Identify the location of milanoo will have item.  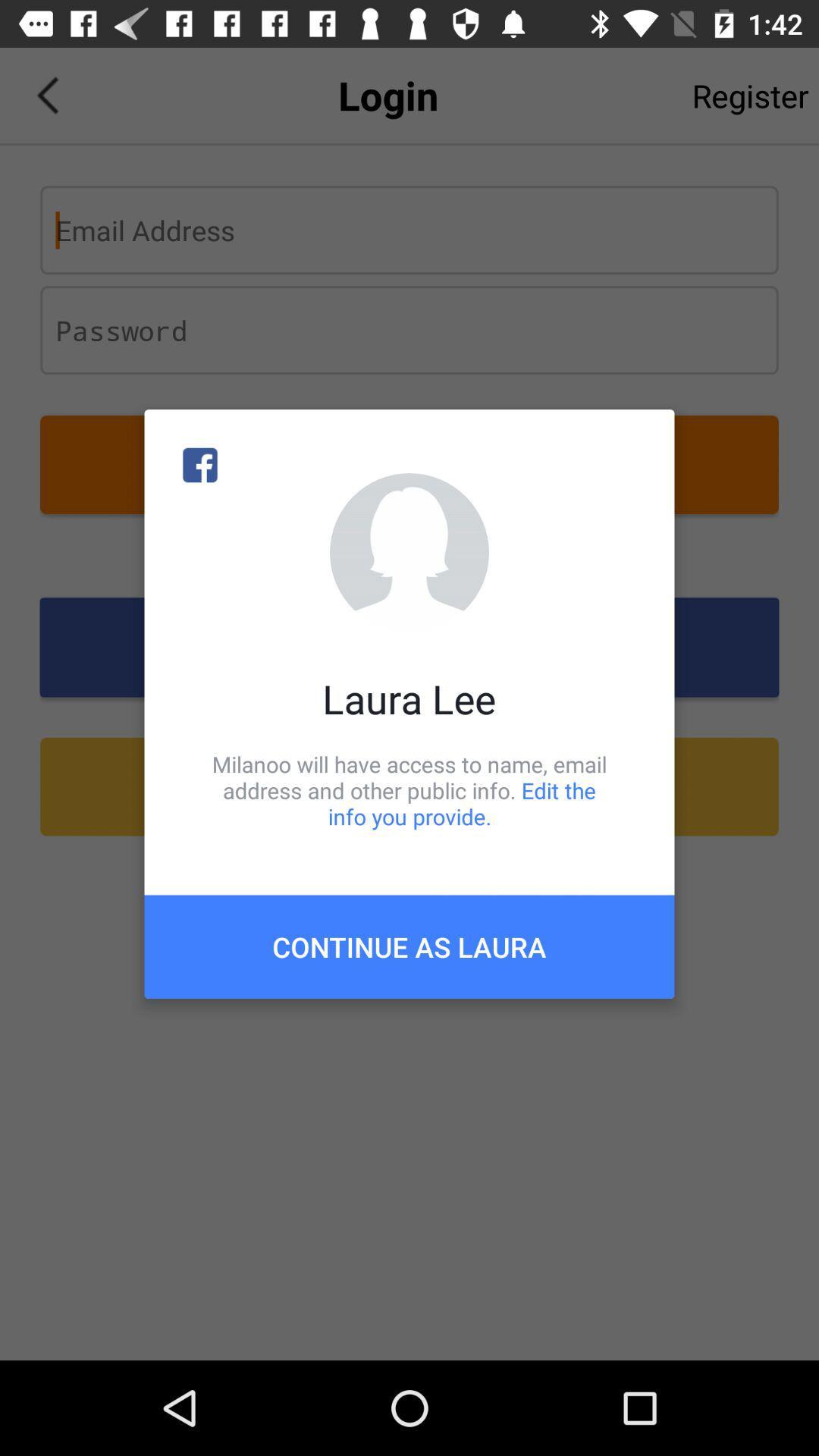
(409, 789).